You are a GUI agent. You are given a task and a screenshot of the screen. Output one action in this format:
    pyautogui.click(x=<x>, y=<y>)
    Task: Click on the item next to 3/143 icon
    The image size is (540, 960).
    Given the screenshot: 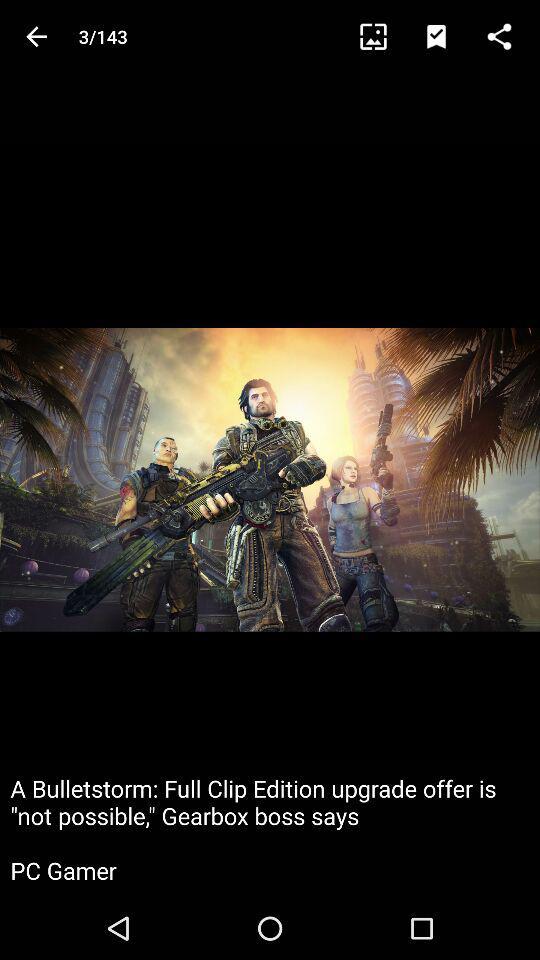 What is the action you would take?
    pyautogui.click(x=382, y=35)
    